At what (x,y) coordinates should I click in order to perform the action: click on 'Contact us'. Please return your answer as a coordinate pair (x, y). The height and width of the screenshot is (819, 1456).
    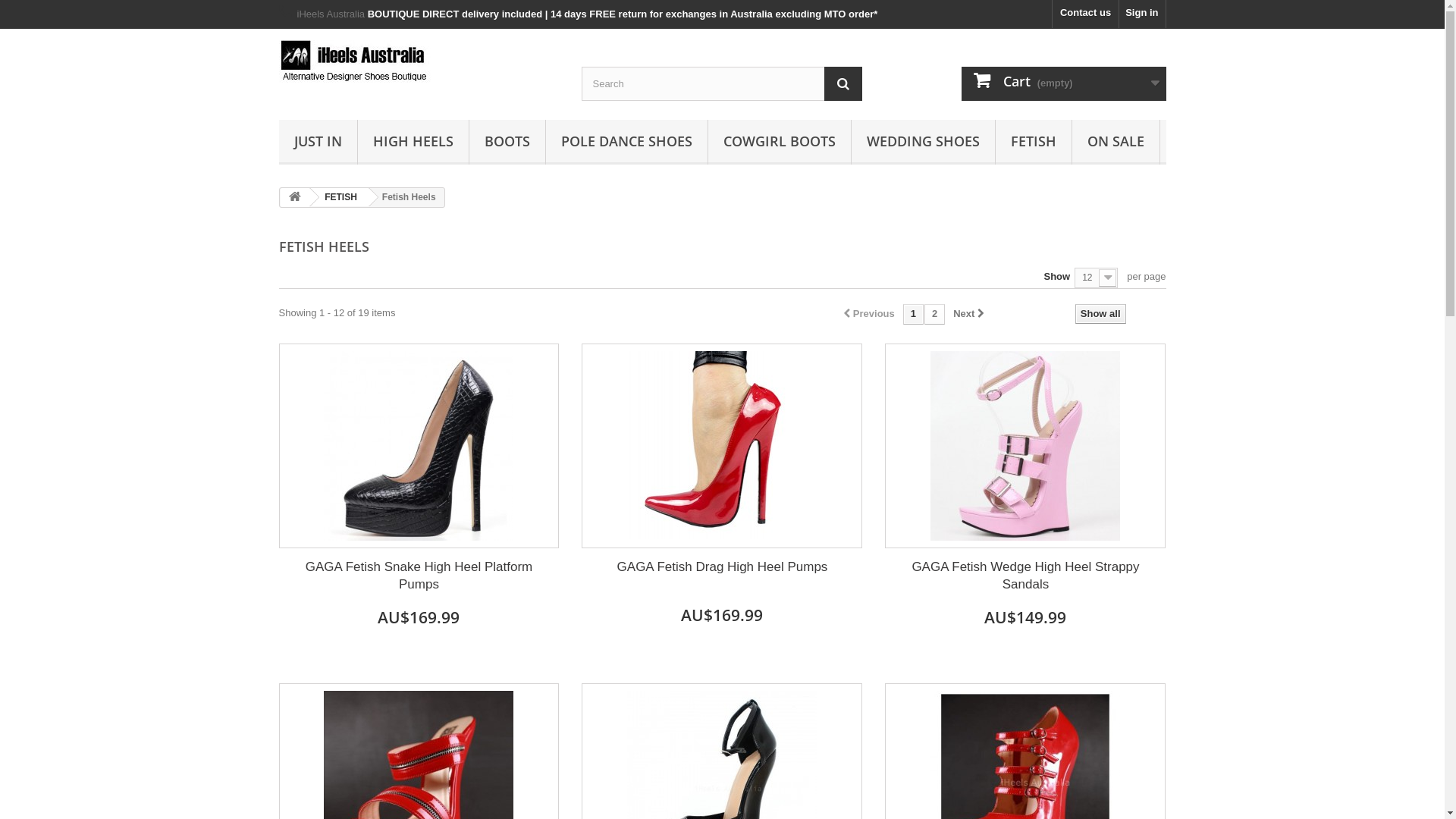
    Looking at the image, I should click on (1051, 14).